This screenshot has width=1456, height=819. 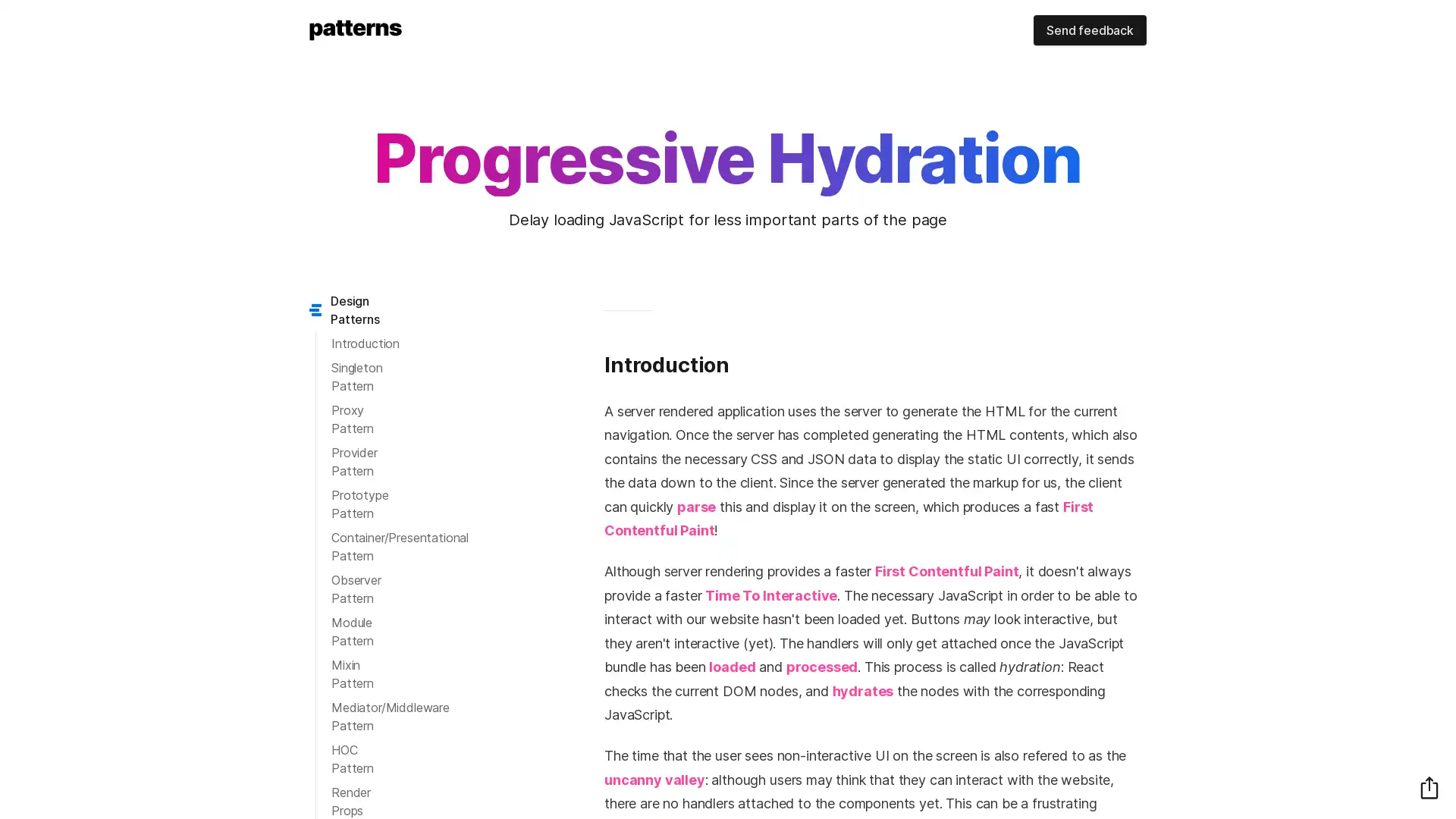 I want to click on Share, so click(x=1429, y=786).